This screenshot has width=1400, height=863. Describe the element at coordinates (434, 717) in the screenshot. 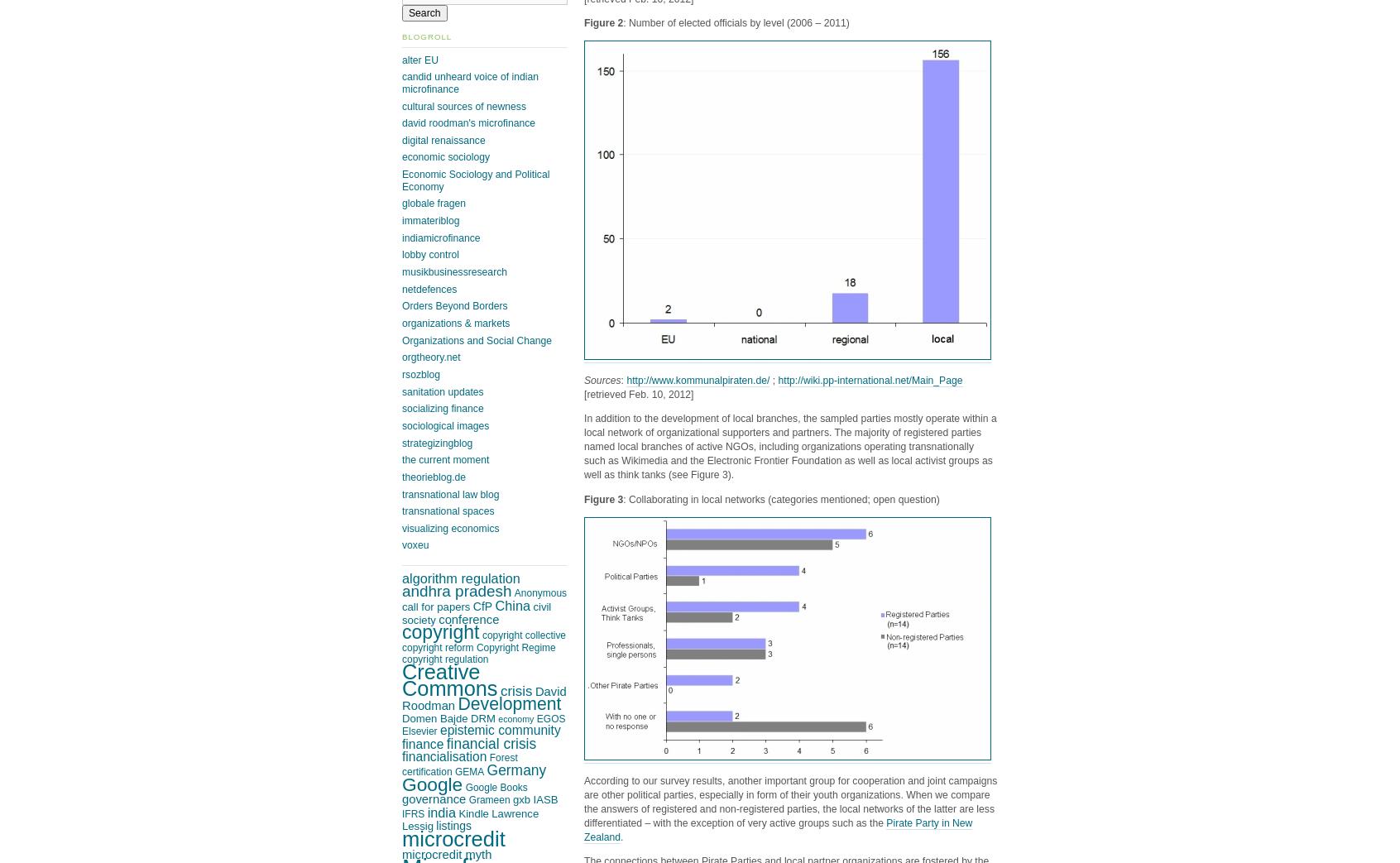

I see `'Domen Bajde'` at that location.